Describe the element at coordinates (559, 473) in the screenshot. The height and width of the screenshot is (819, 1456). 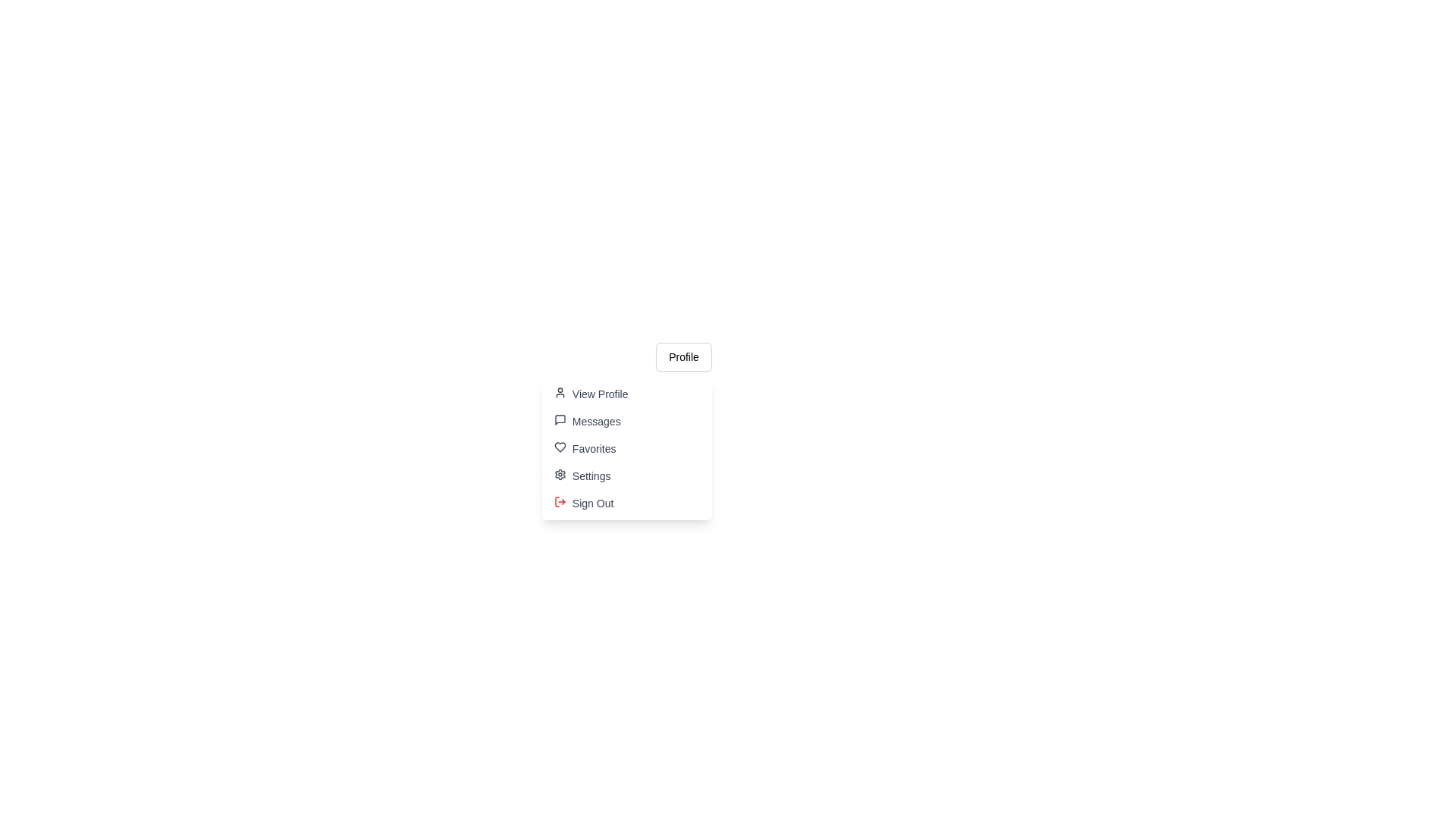
I see `the gear icon representing settings in the dropdown menu, which is positioned to the left of the 'Settings' text` at that location.